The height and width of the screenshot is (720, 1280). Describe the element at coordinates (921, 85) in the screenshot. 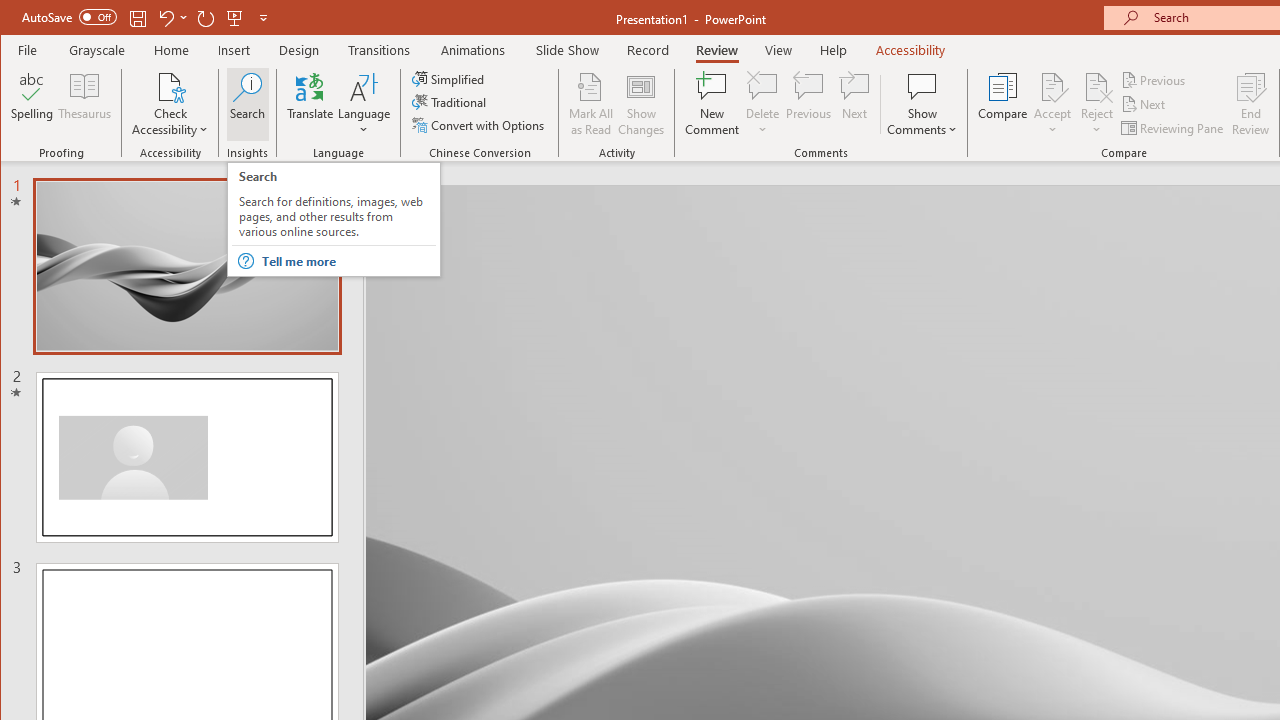

I see `'Show Comments'` at that location.